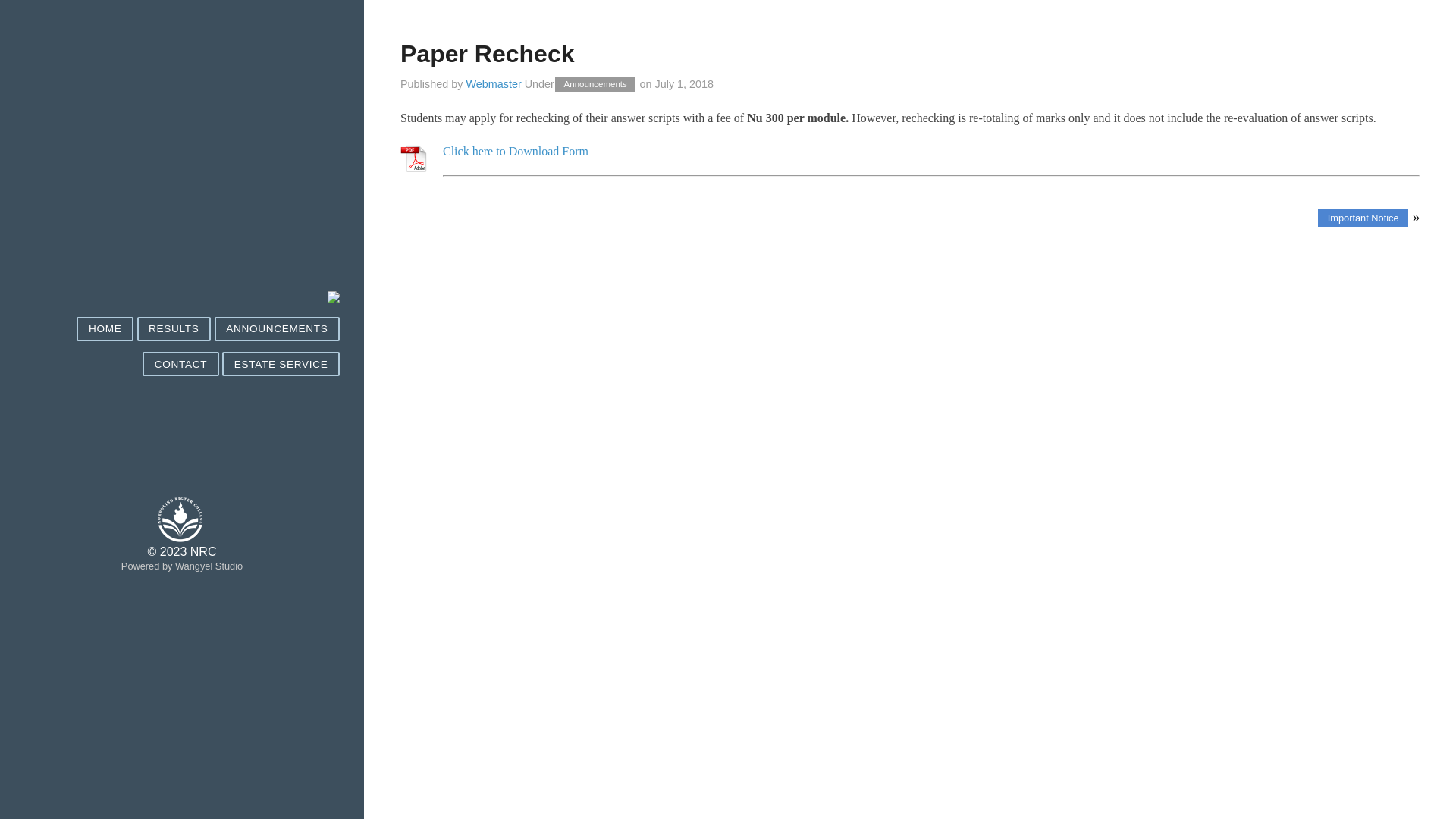 The width and height of the screenshot is (1456, 819). Describe the element at coordinates (516, 151) in the screenshot. I see `'Click here to Download Form'` at that location.